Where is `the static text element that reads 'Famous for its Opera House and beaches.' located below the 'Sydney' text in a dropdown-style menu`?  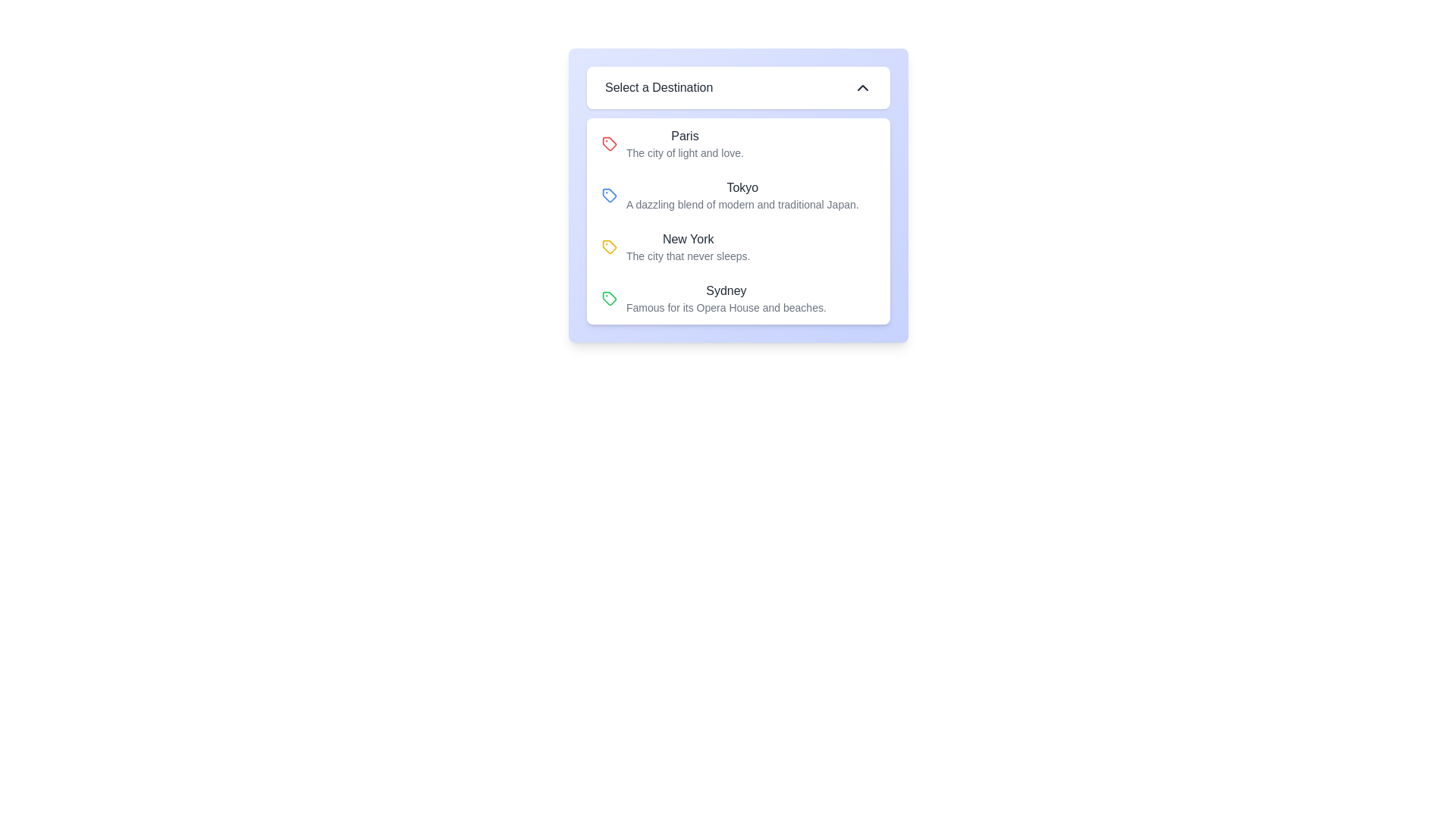
the static text element that reads 'Famous for its Opera House and beaches.' located below the 'Sydney' text in a dropdown-style menu is located at coordinates (725, 307).